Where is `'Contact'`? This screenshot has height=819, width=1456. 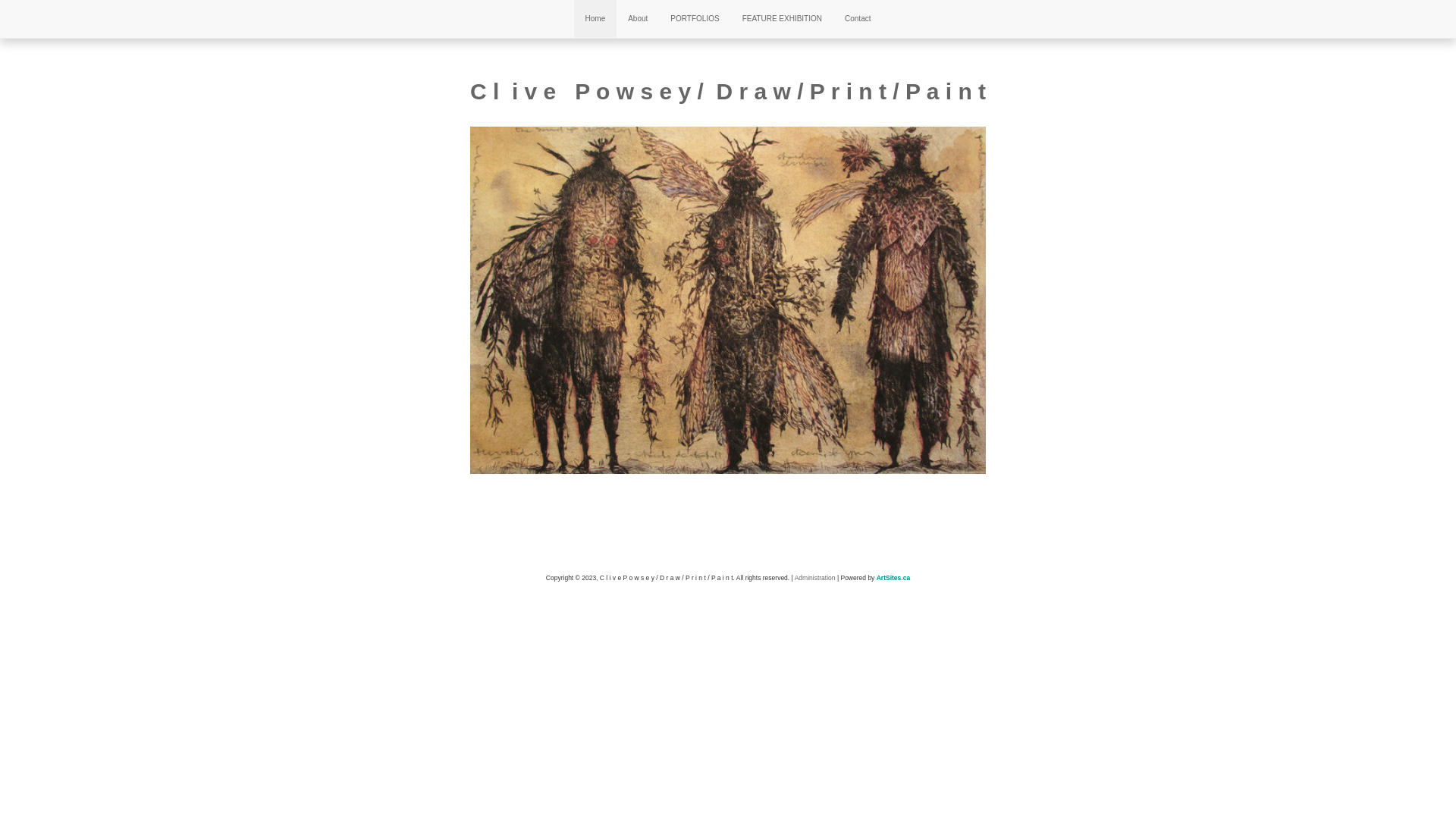
'Contact' is located at coordinates (858, 18).